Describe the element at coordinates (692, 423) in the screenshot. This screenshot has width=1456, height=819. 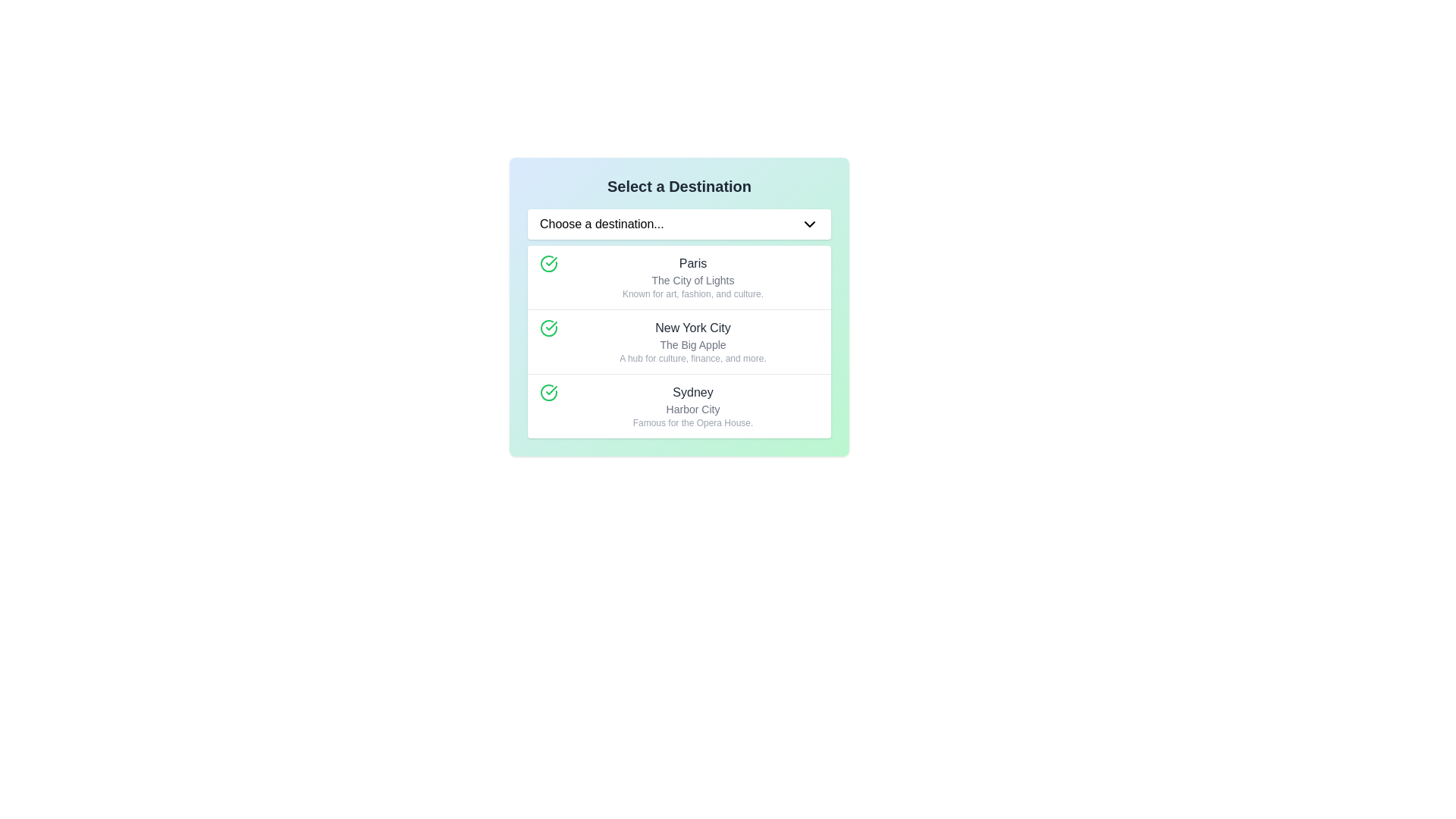
I see `the Text label providing contextual information about 'Sydney,' located below the title and subtitle in a selectable list item` at that location.